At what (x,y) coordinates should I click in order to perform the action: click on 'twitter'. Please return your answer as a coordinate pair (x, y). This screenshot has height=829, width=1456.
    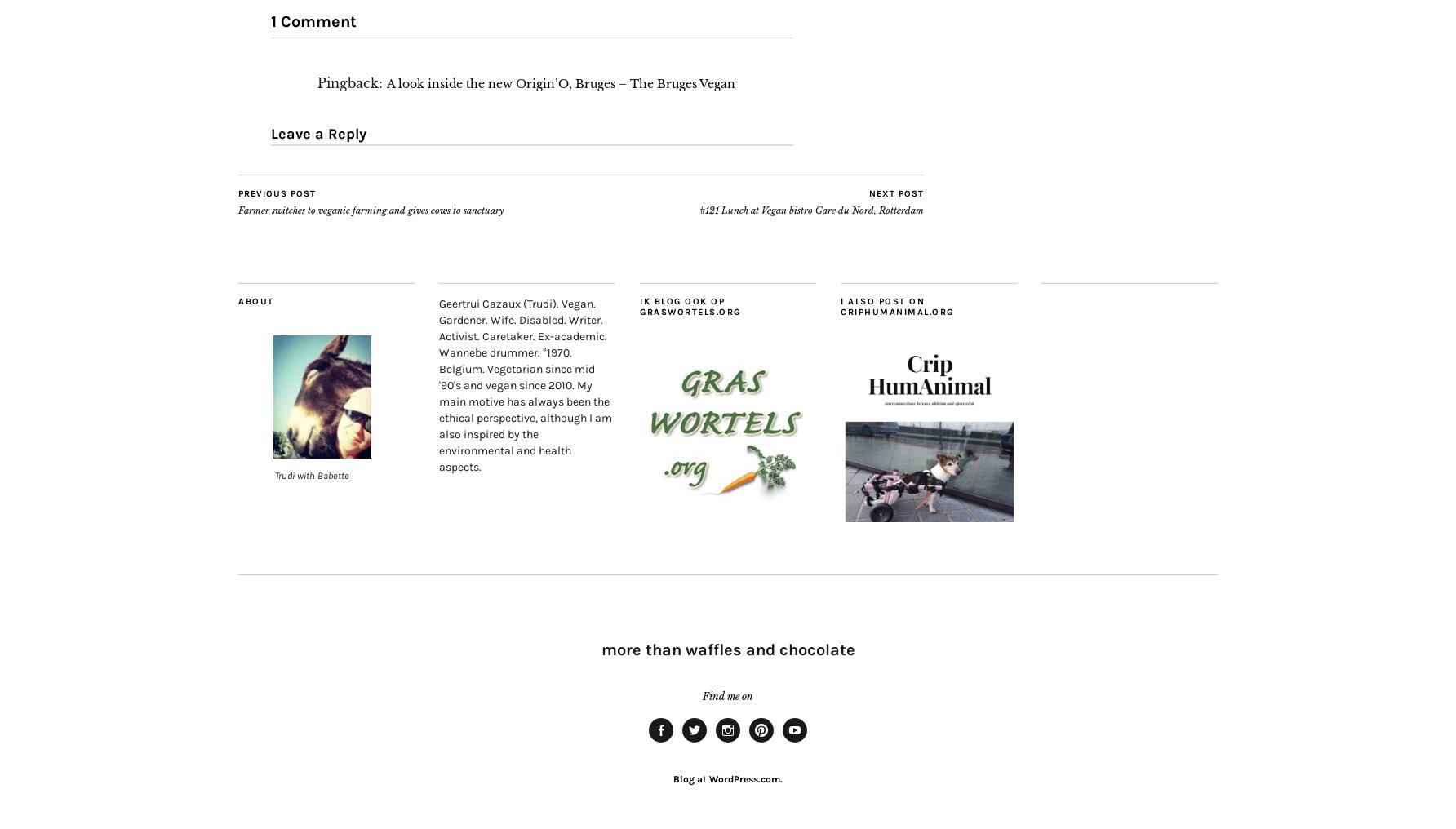
    Looking at the image, I should click on (703, 747).